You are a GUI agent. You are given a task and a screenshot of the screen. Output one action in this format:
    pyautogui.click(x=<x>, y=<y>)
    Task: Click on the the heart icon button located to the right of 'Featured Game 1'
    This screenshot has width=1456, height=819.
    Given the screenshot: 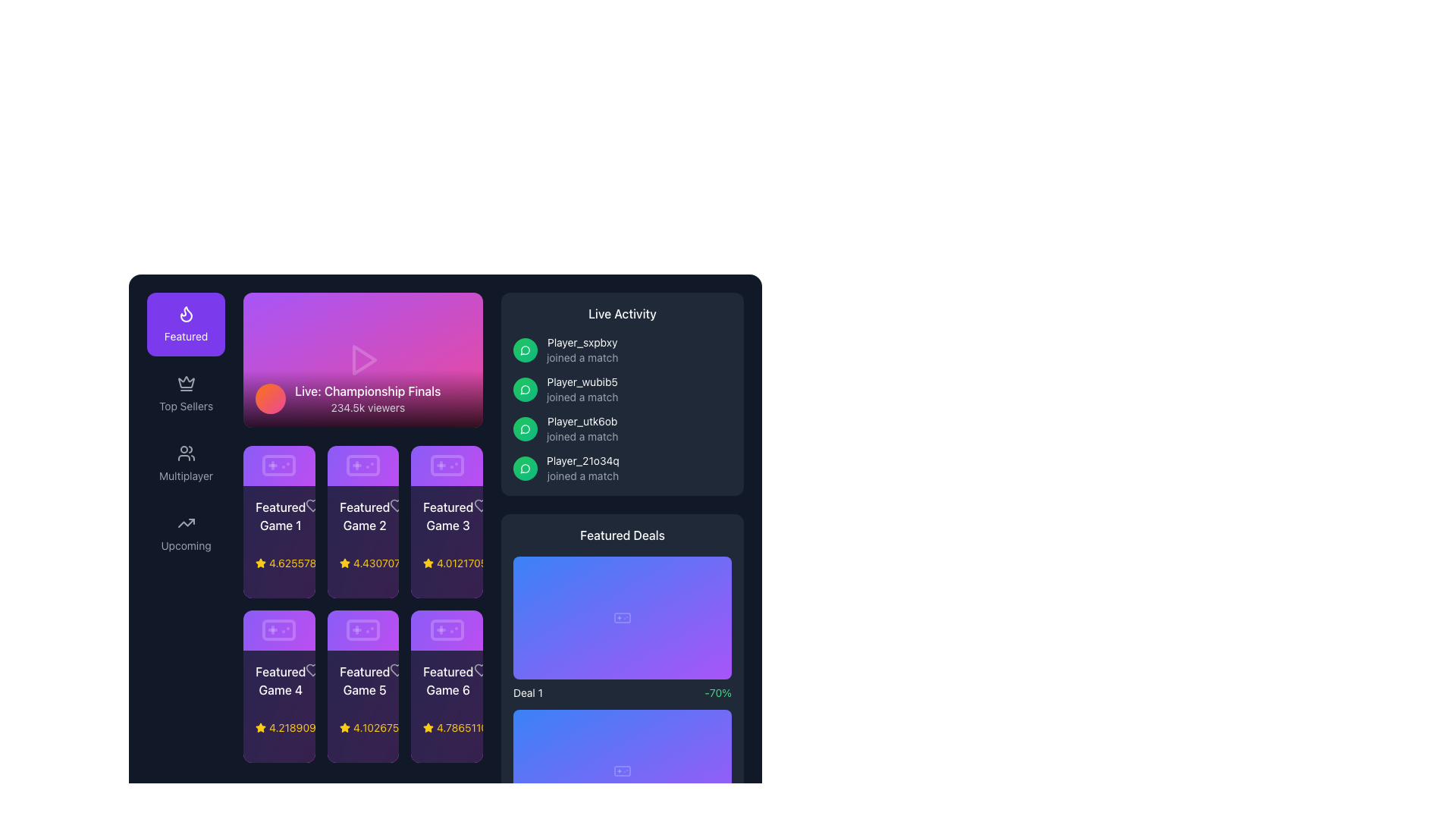 What is the action you would take?
    pyautogui.click(x=312, y=505)
    